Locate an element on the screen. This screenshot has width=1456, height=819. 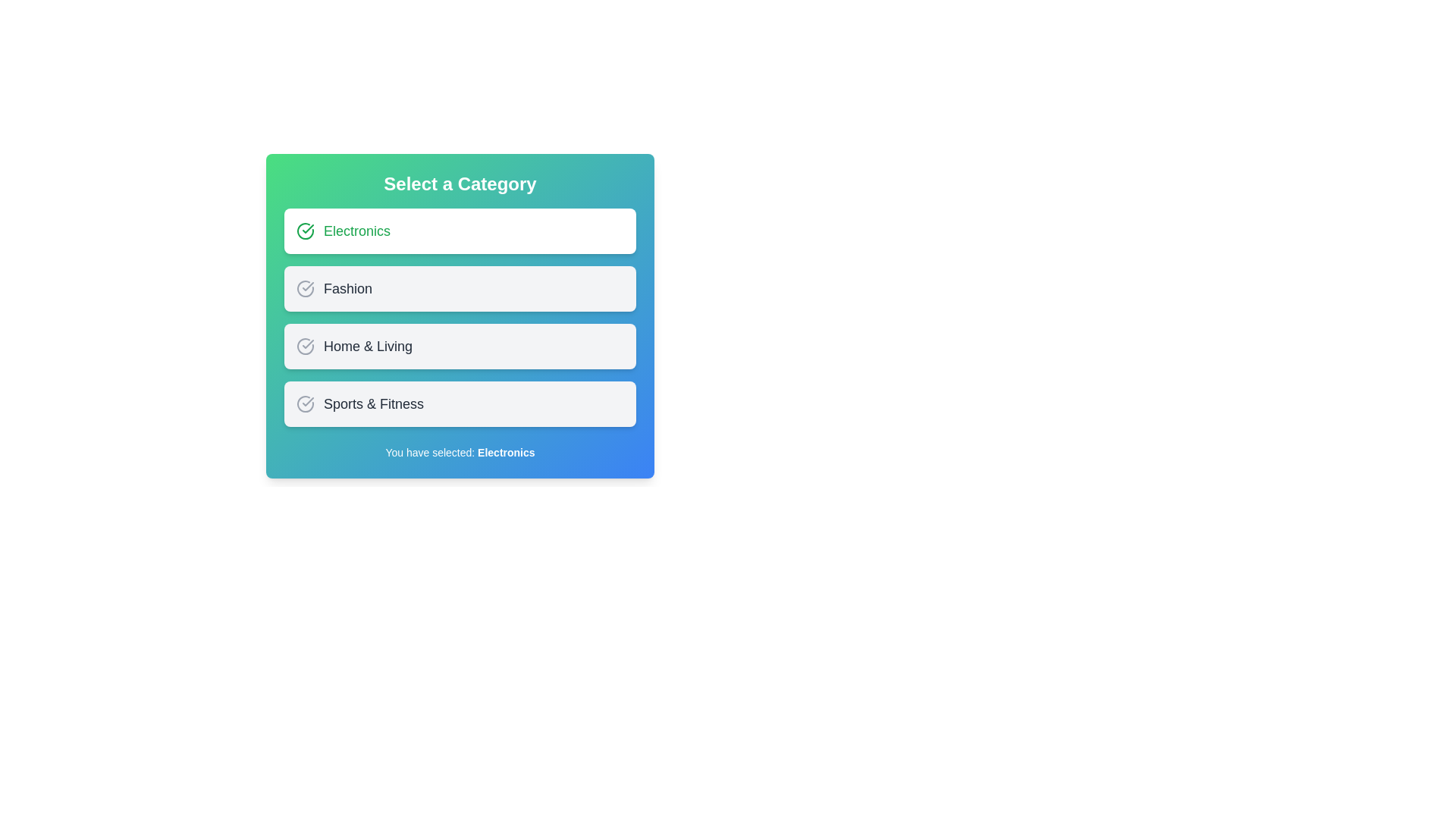
text from the Text Label that displays the currently selected category, which is the last word in the sentence 'You have selected: Electronics' is located at coordinates (506, 452).